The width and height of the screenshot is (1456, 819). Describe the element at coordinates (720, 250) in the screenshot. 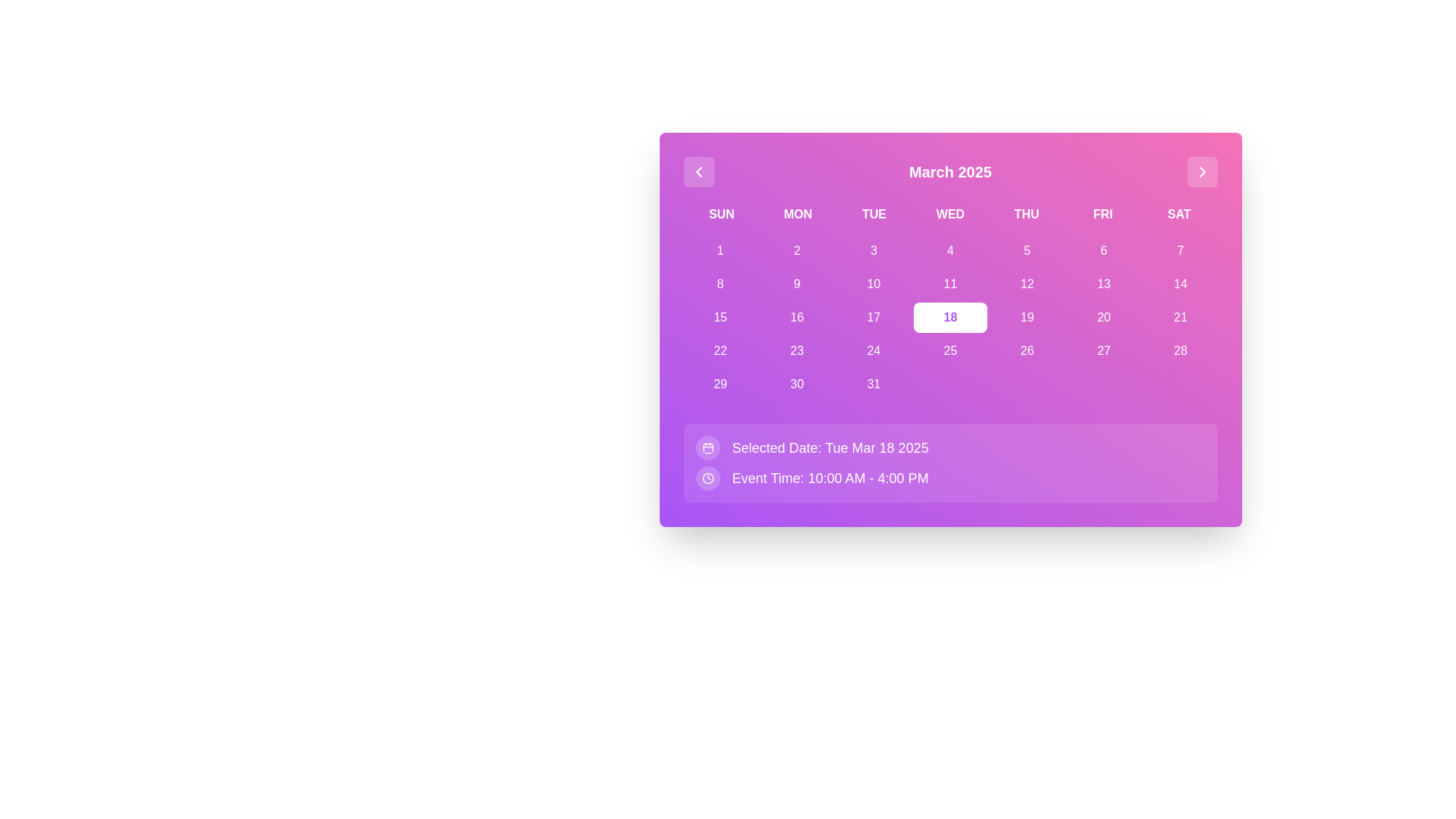

I see `the button representing the first day (Sunday) in the calendar view for March 2025` at that location.